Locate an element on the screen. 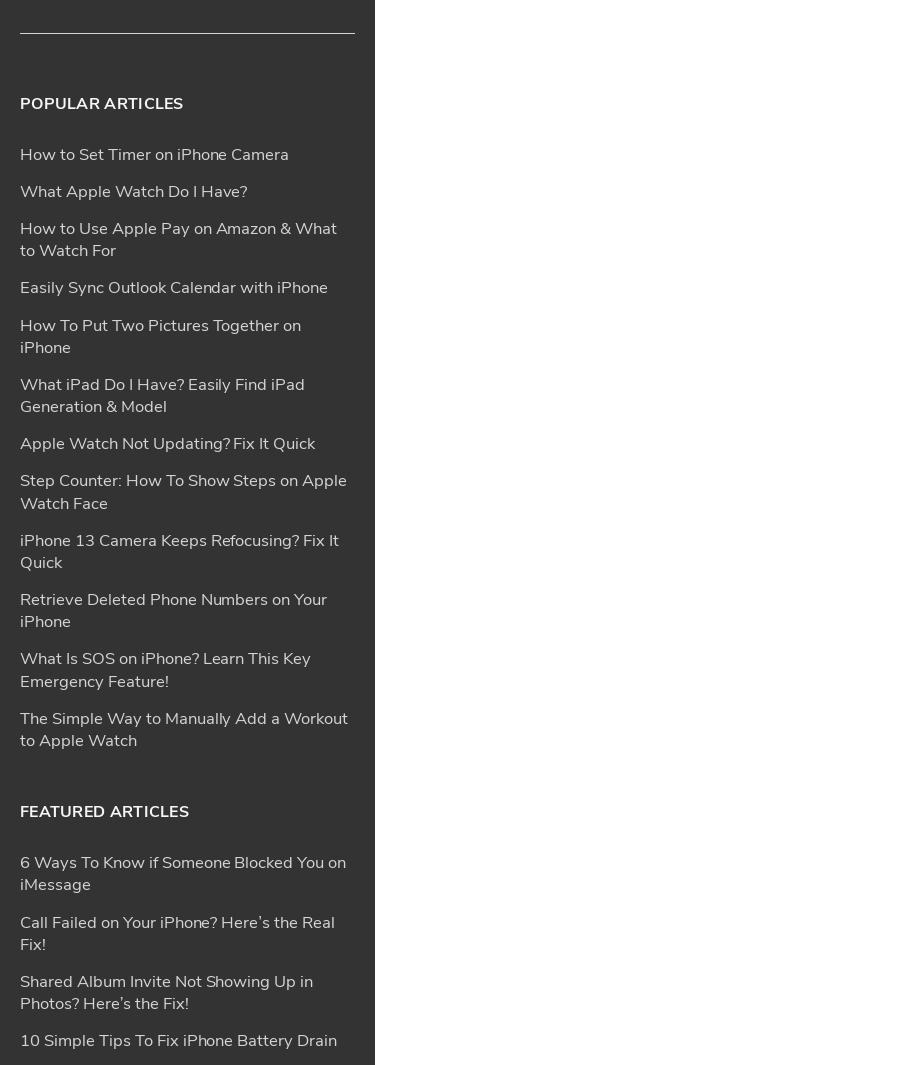  'App Store Missing on iPhone? How To Get It Back' is located at coordinates (183, 716).